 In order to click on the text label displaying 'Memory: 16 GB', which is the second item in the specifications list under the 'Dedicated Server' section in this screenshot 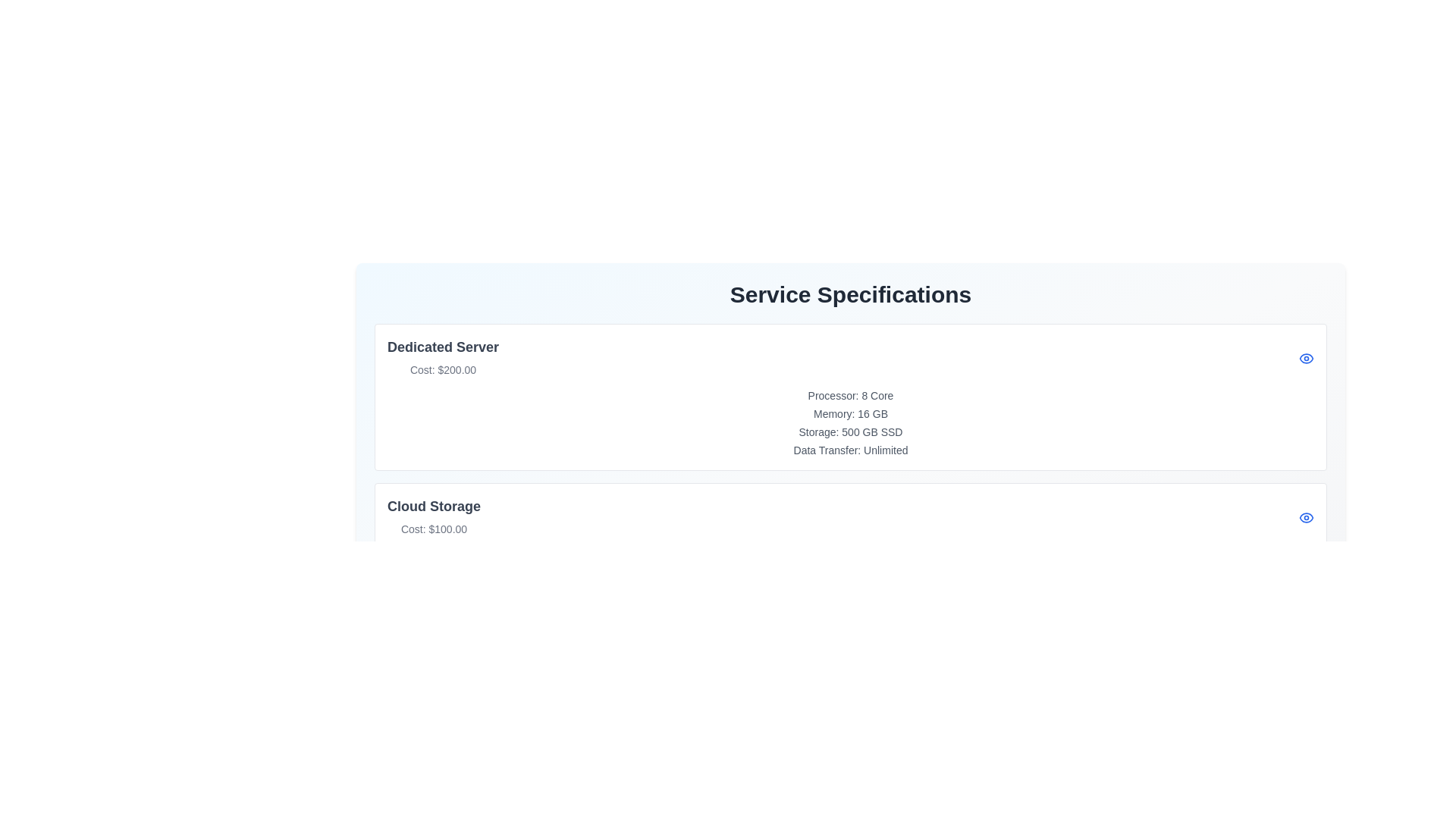, I will do `click(851, 414)`.